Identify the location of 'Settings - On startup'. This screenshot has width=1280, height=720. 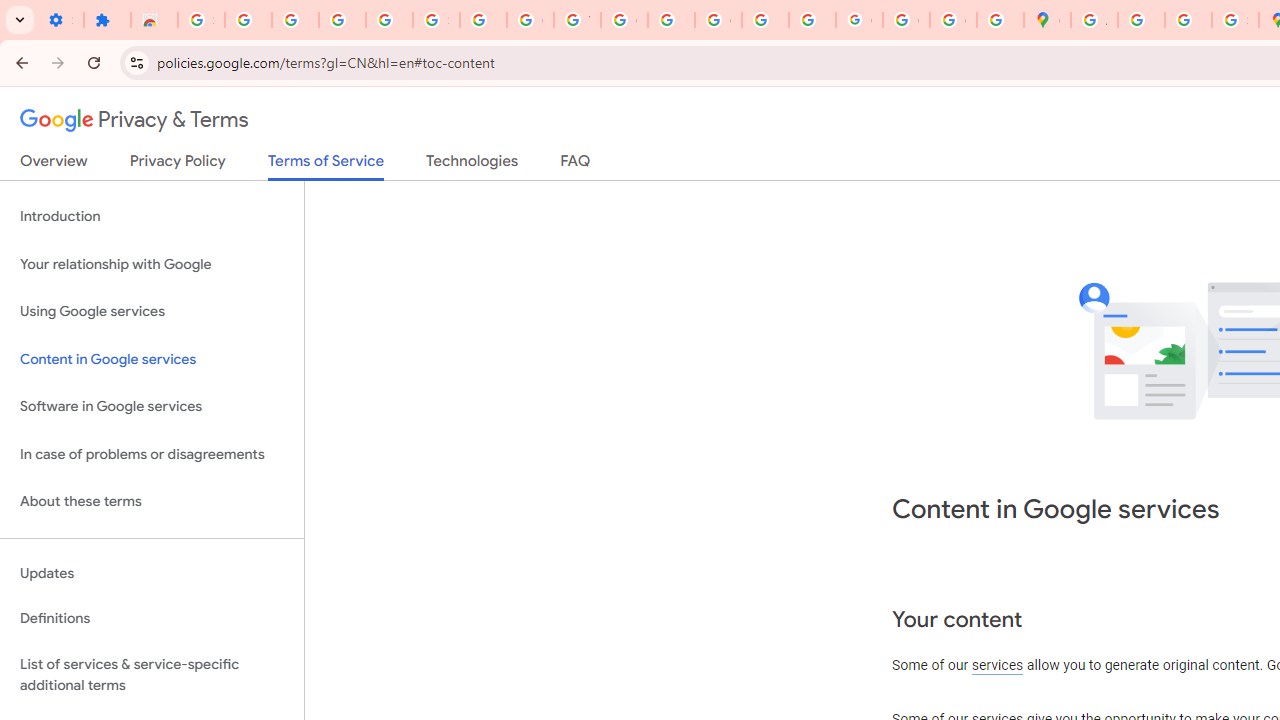
(60, 20).